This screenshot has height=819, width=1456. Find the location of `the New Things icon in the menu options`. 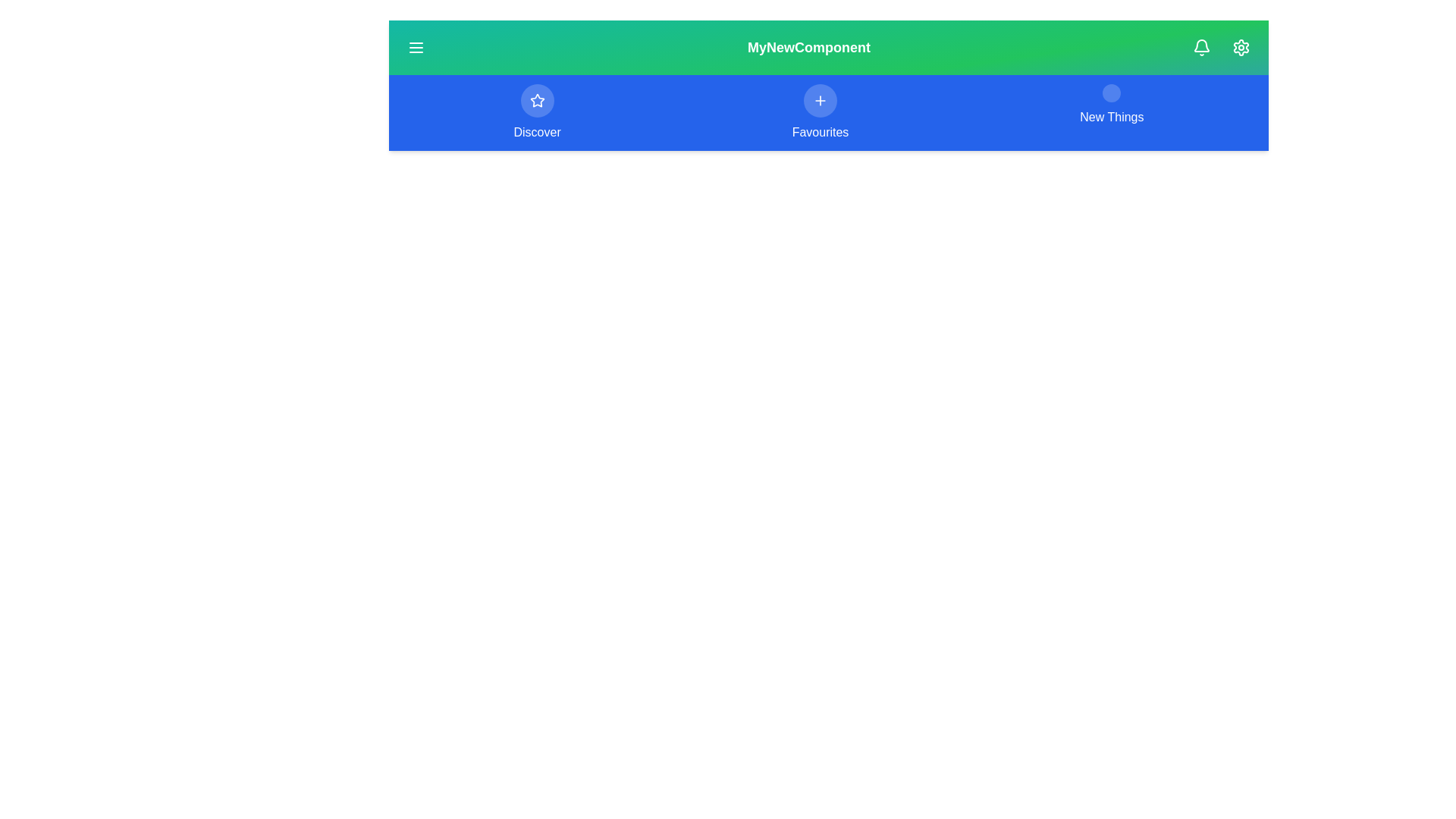

the New Things icon in the menu options is located at coordinates (1111, 93).